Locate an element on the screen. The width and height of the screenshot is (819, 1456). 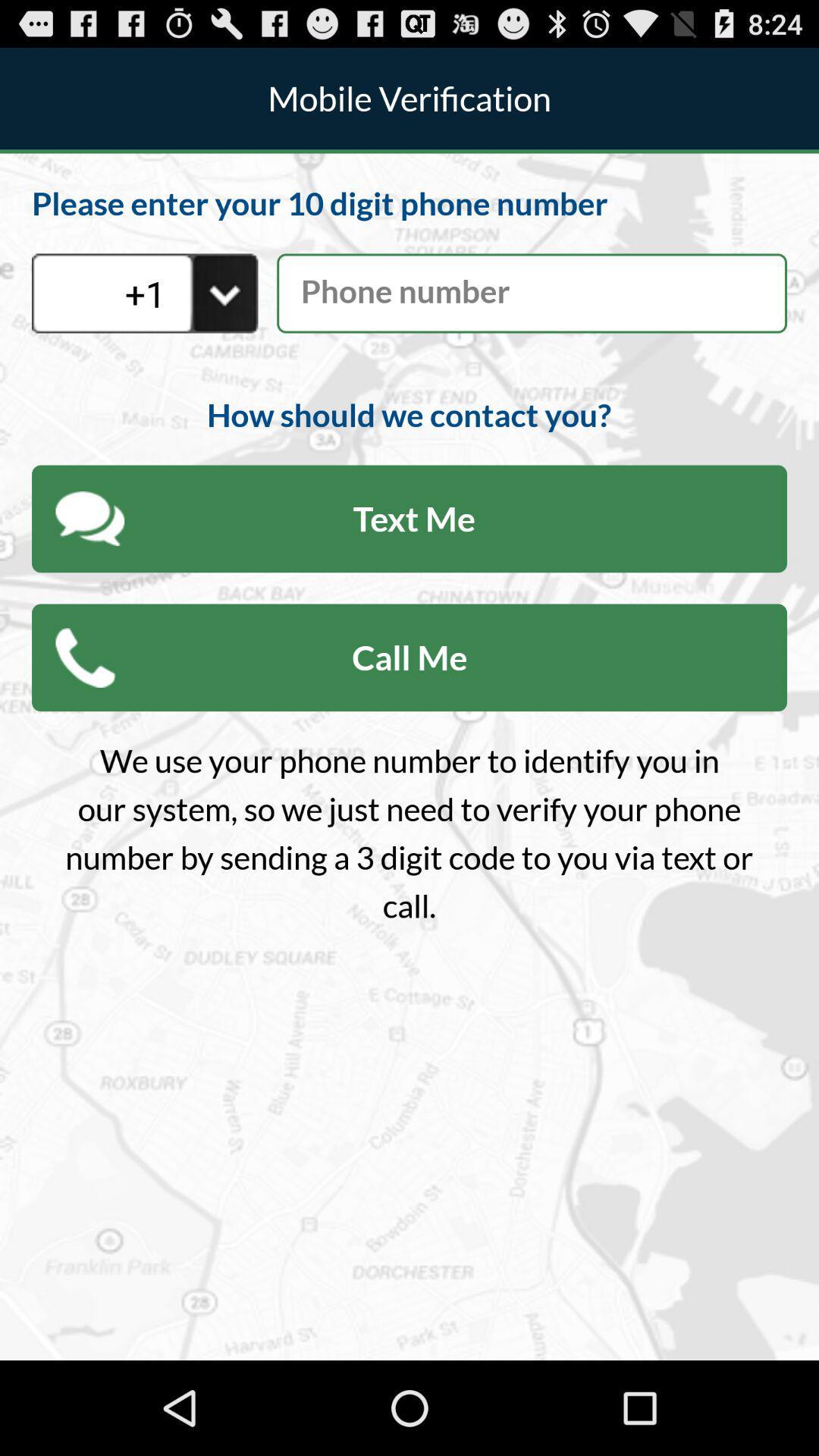
phone number is located at coordinates (531, 293).